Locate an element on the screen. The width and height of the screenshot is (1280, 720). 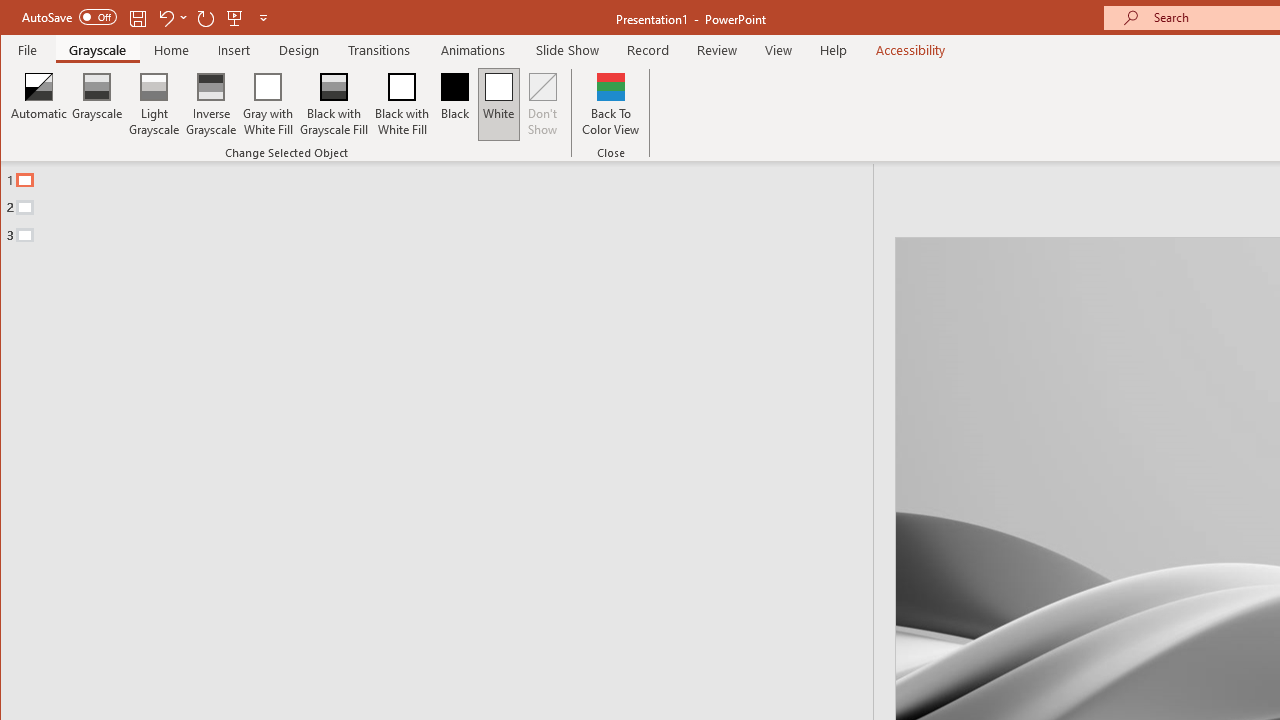
'Gray with White Fill' is located at coordinates (267, 104).